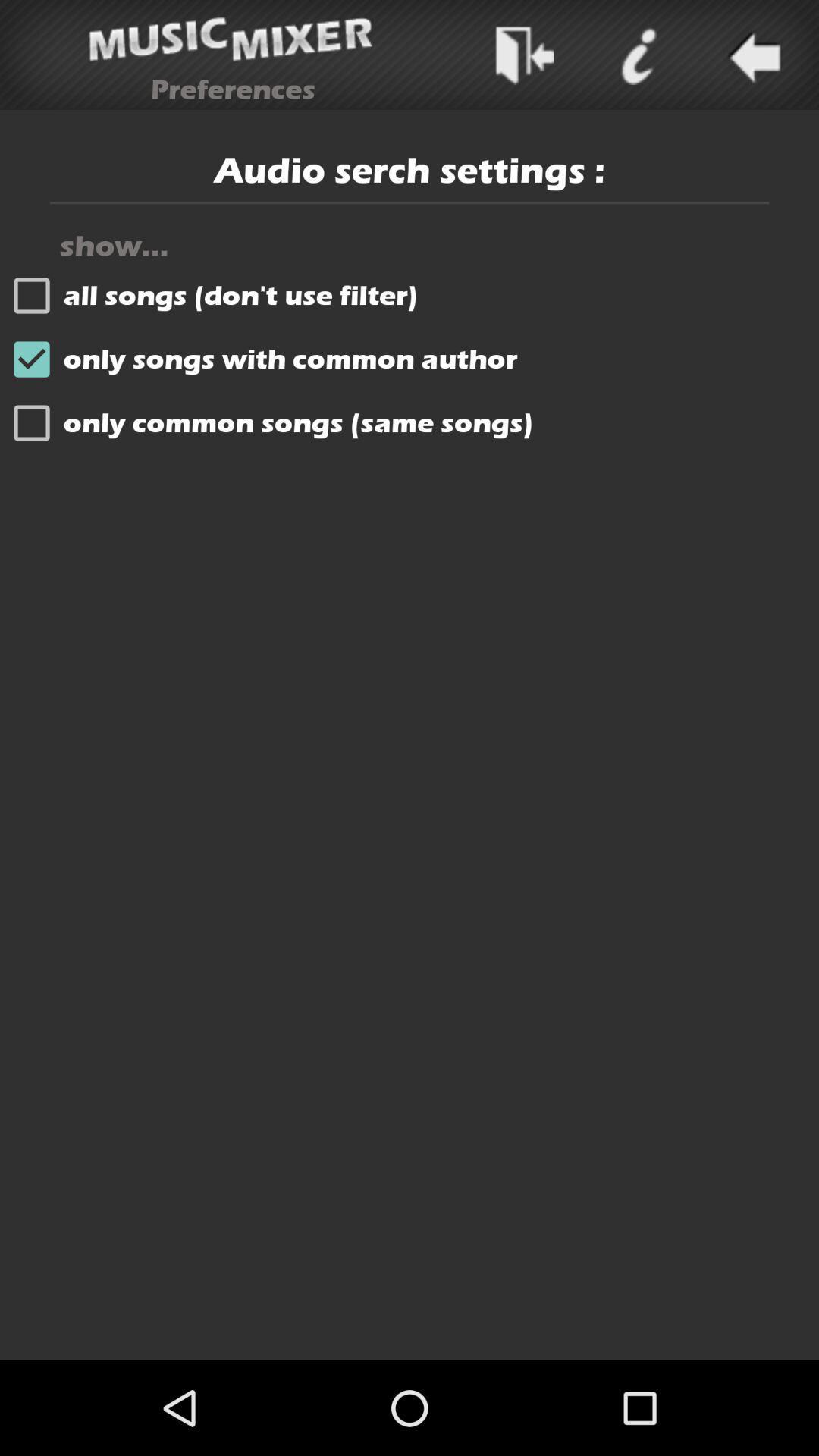  Describe the element at coordinates (638, 58) in the screenshot. I see `the info icon` at that location.